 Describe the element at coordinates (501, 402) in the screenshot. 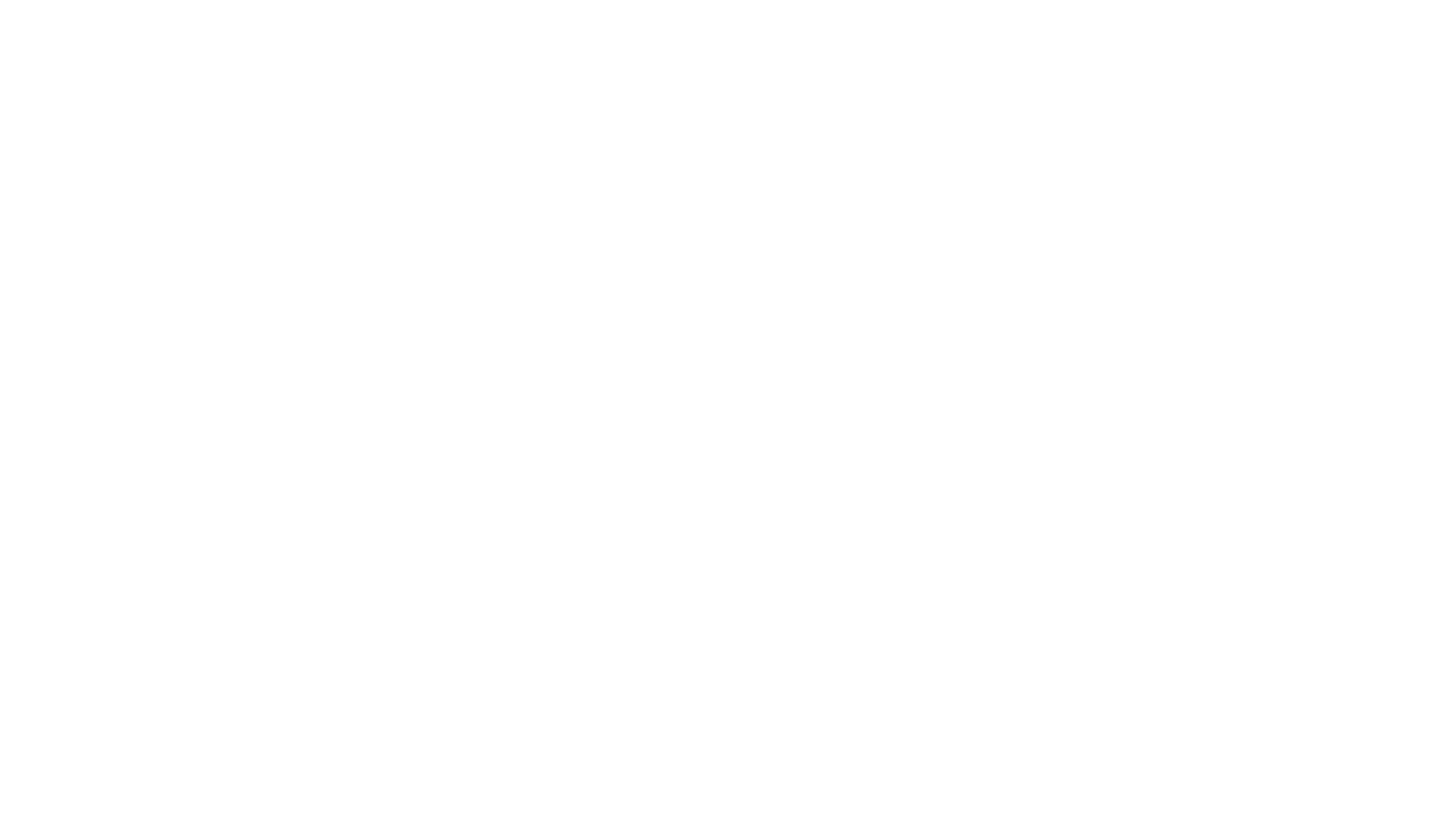

I see `'And besides, certain players aren’t necessarily guaranteed to be in Foxborough beyond November. Patience, young padawans.'` at that location.